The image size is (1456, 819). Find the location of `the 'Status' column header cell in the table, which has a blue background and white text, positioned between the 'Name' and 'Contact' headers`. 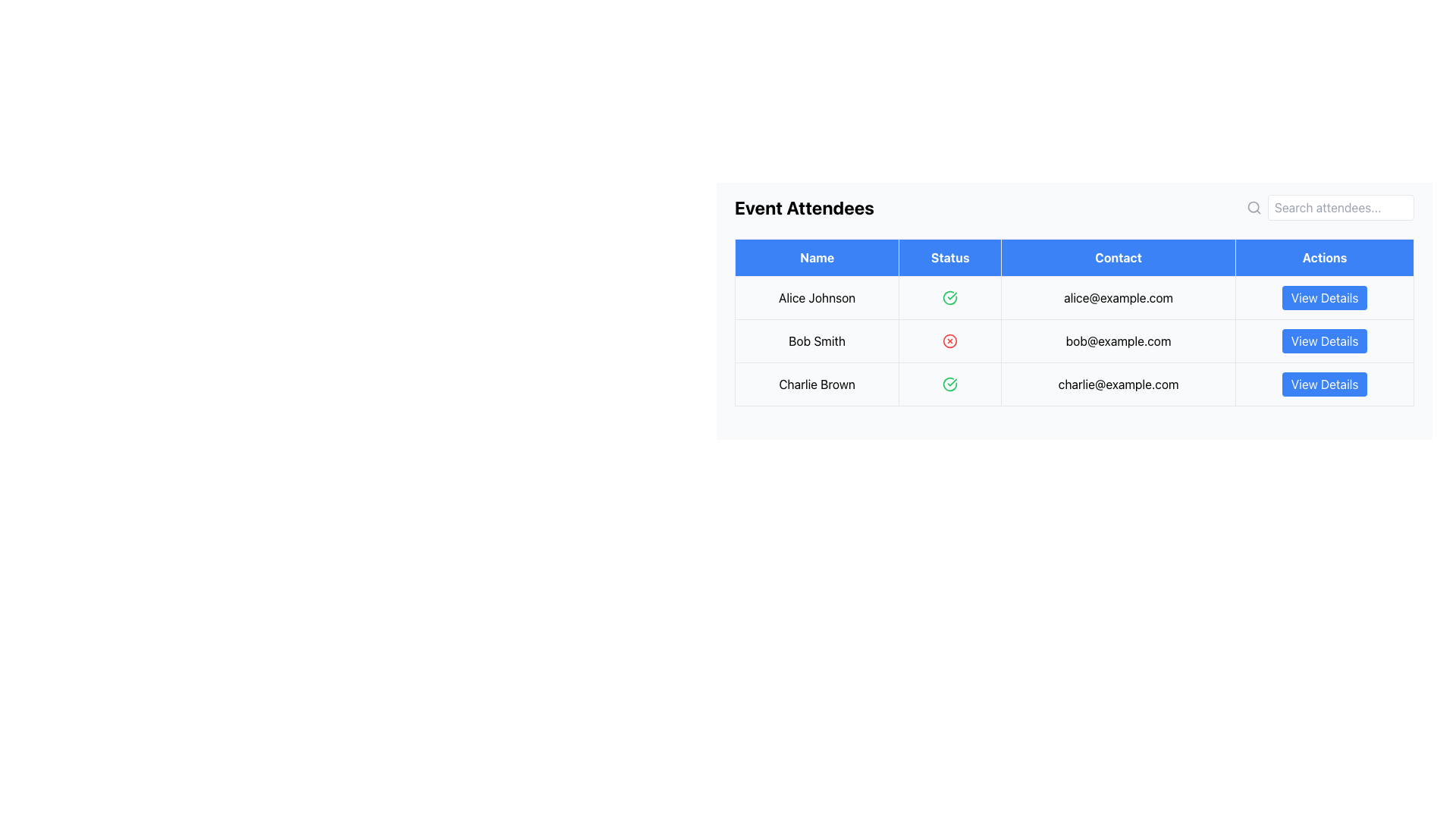

the 'Status' column header cell in the table, which has a blue background and white text, positioned between the 'Name' and 'Contact' headers is located at coordinates (949, 256).